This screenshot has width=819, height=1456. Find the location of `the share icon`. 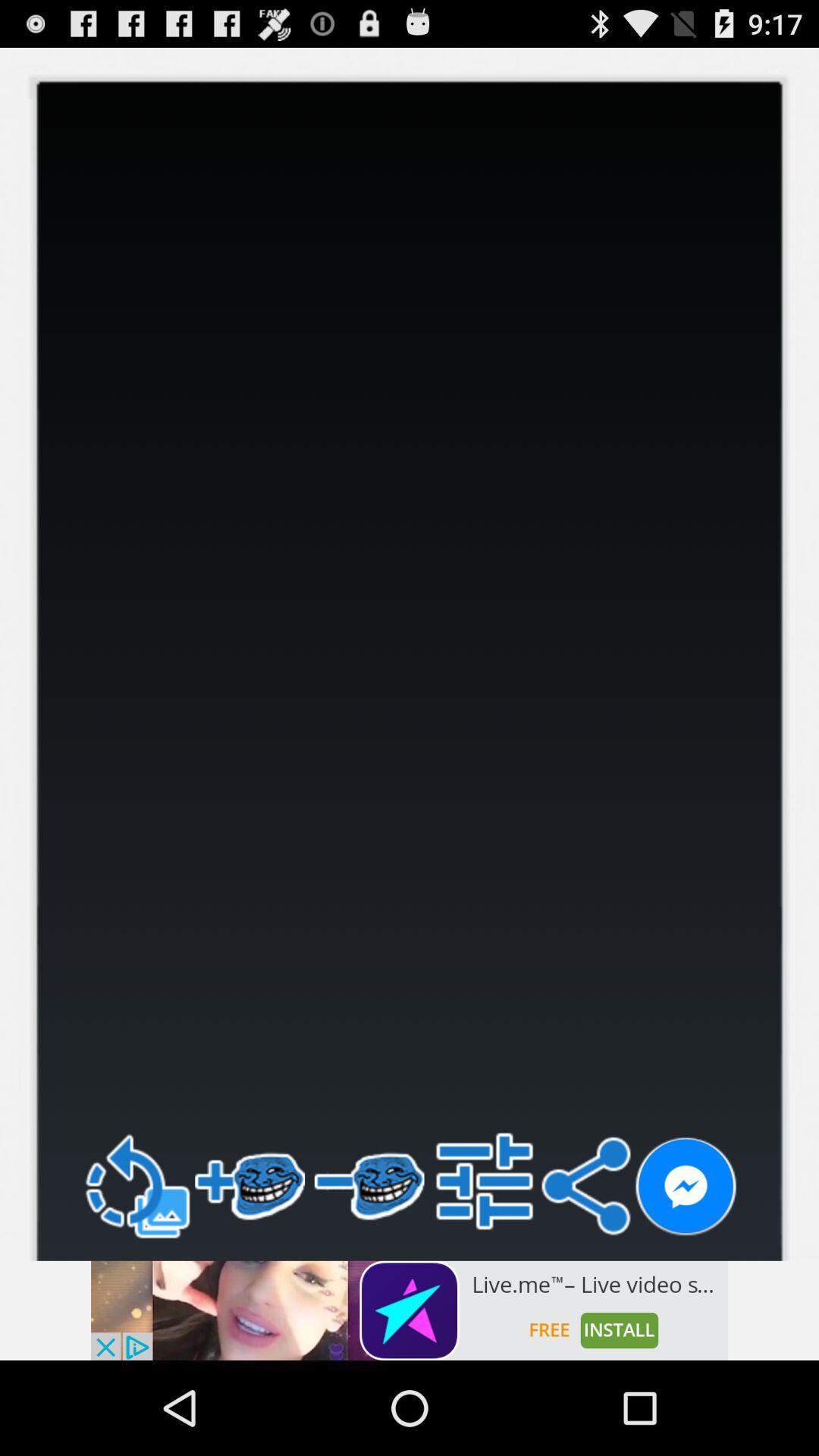

the share icon is located at coordinates (585, 1269).